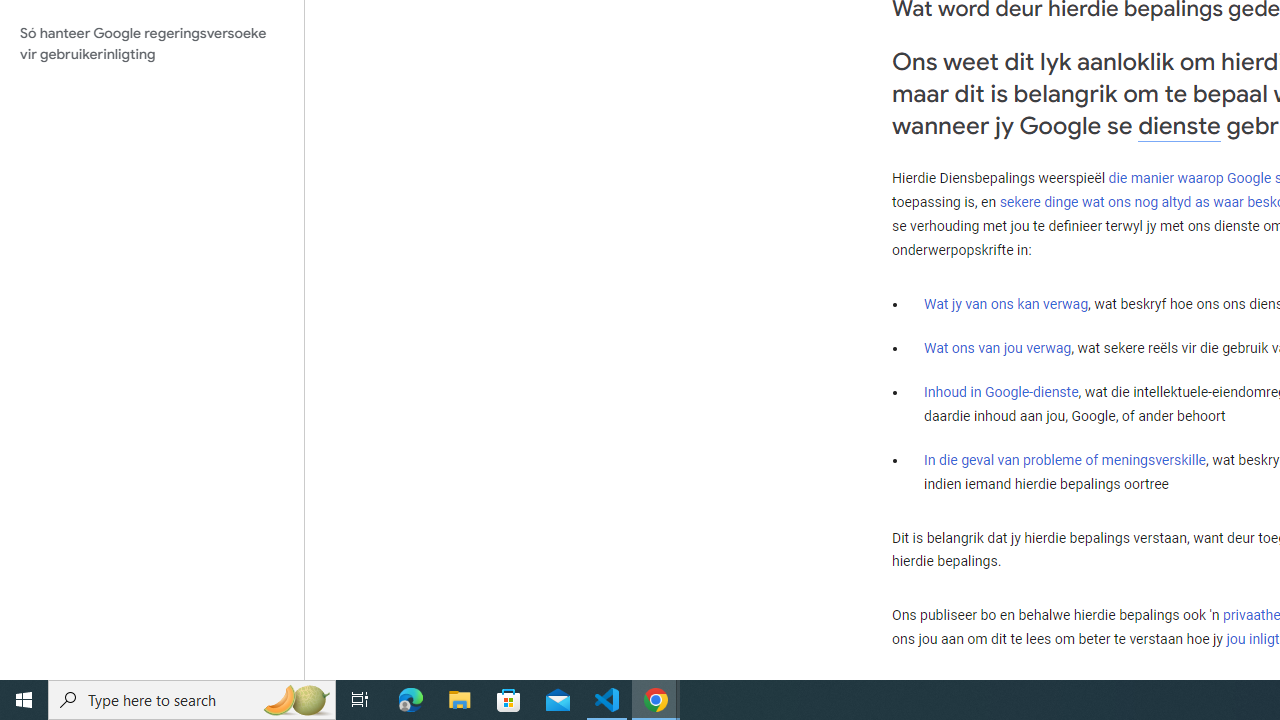 This screenshot has height=720, width=1280. What do you see at coordinates (998, 347) in the screenshot?
I see `'Wat ons van jou verwag'` at bounding box center [998, 347].